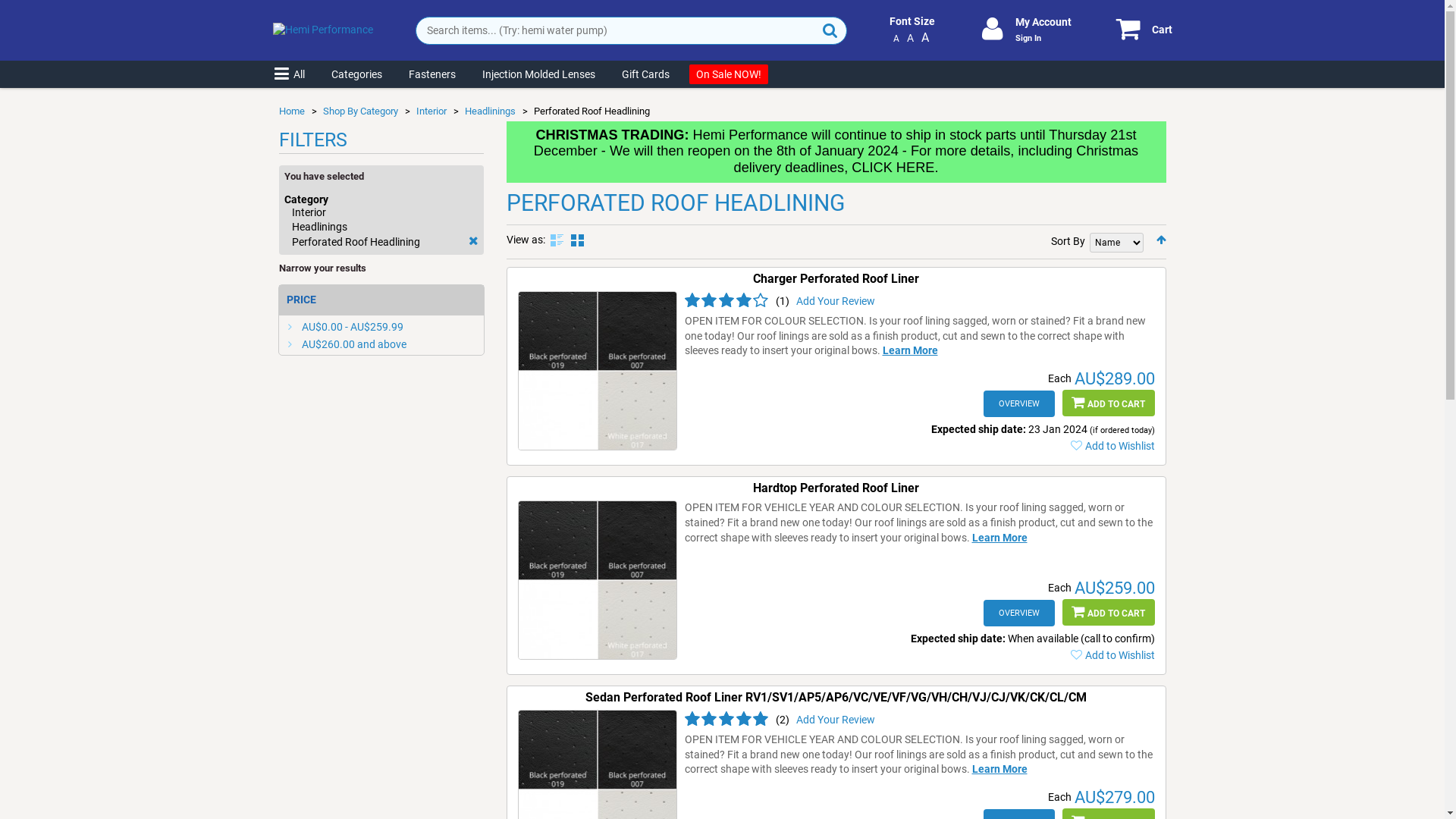 The height and width of the screenshot is (819, 1456). I want to click on 'Hemi Performance', so click(273, 29).